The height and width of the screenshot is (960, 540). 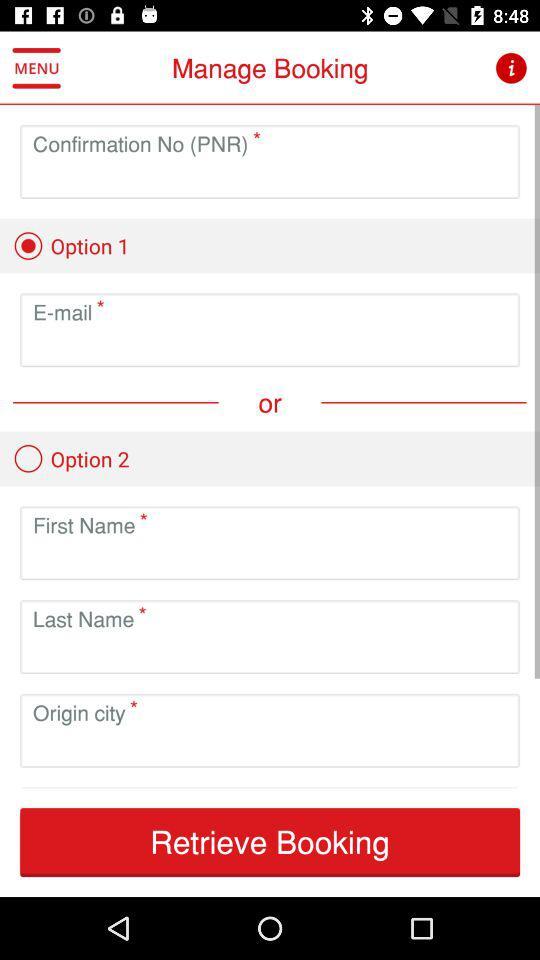 I want to click on the  above the text  origin city, so click(x=131, y=704).